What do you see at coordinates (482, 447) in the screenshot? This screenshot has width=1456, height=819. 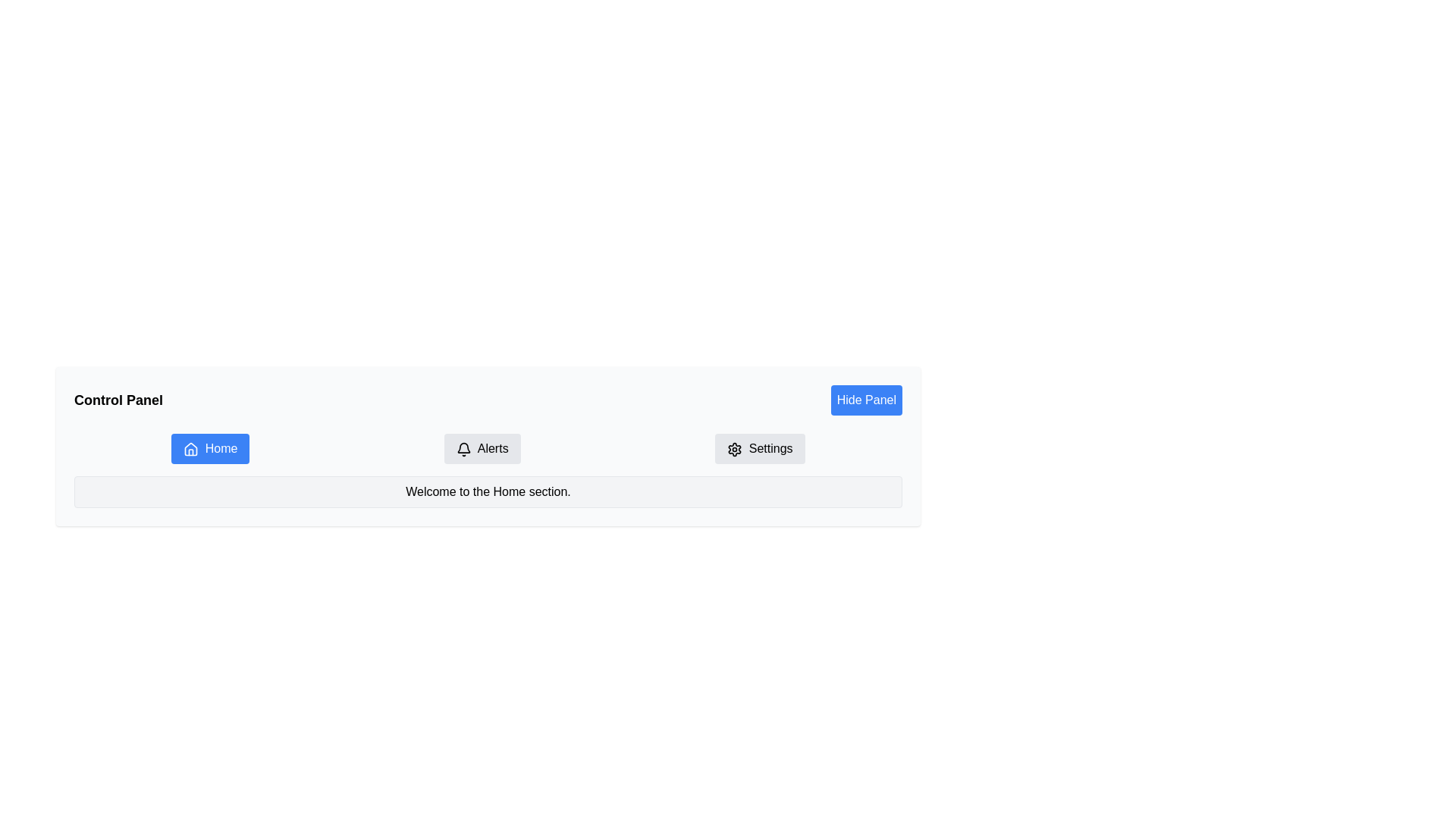 I see `the 'Alerts' button with a light gray background and rounded corners` at bounding box center [482, 447].